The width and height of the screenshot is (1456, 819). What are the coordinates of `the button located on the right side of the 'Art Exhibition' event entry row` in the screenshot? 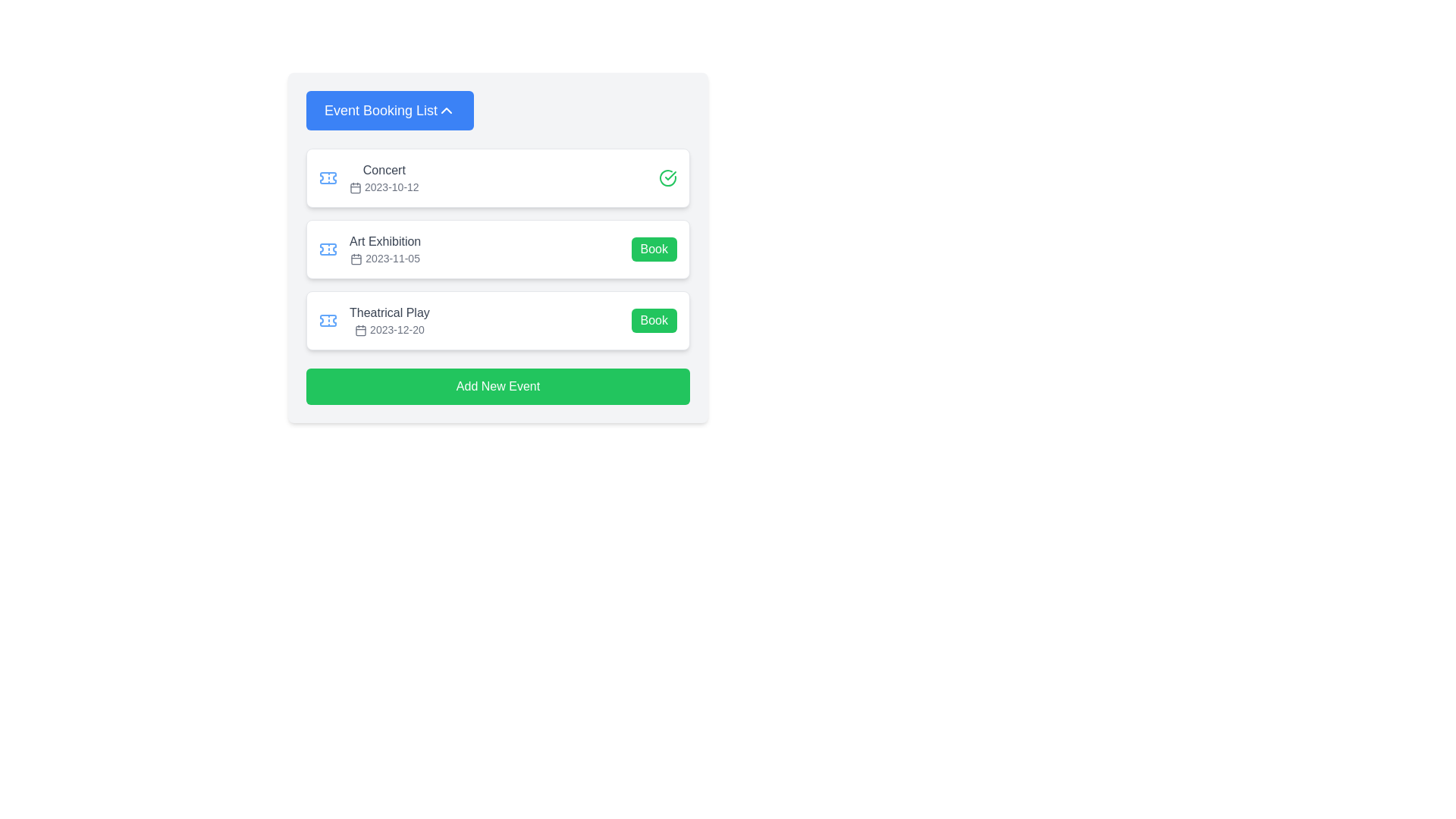 It's located at (654, 248).